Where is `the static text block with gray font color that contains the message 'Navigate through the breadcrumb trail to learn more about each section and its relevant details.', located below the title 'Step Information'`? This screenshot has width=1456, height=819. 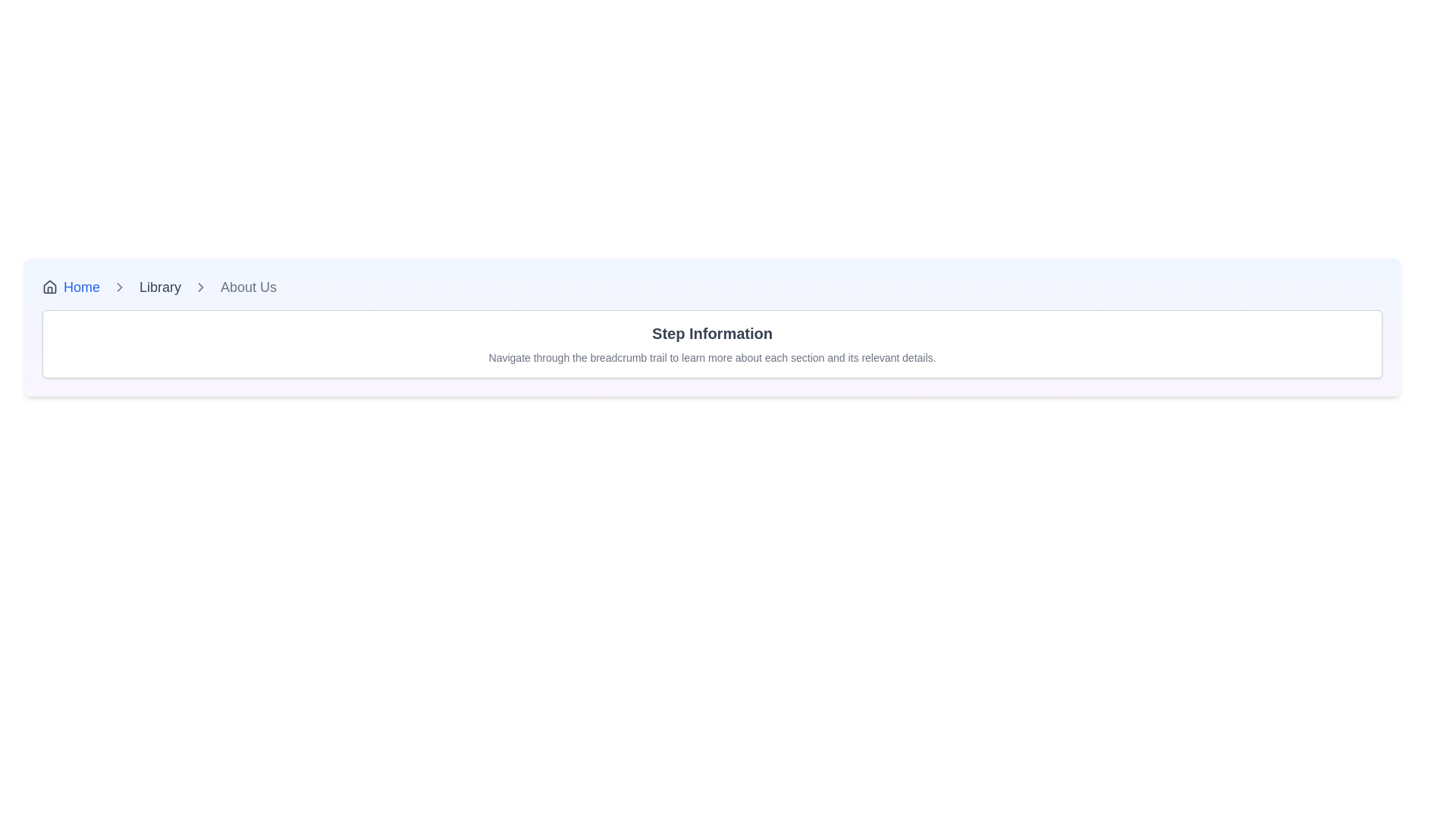
the static text block with gray font color that contains the message 'Navigate through the breadcrumb trail to learn more about each section and its relevant details.', located below the title 'Step Information' is located at coordinates (711, 357).